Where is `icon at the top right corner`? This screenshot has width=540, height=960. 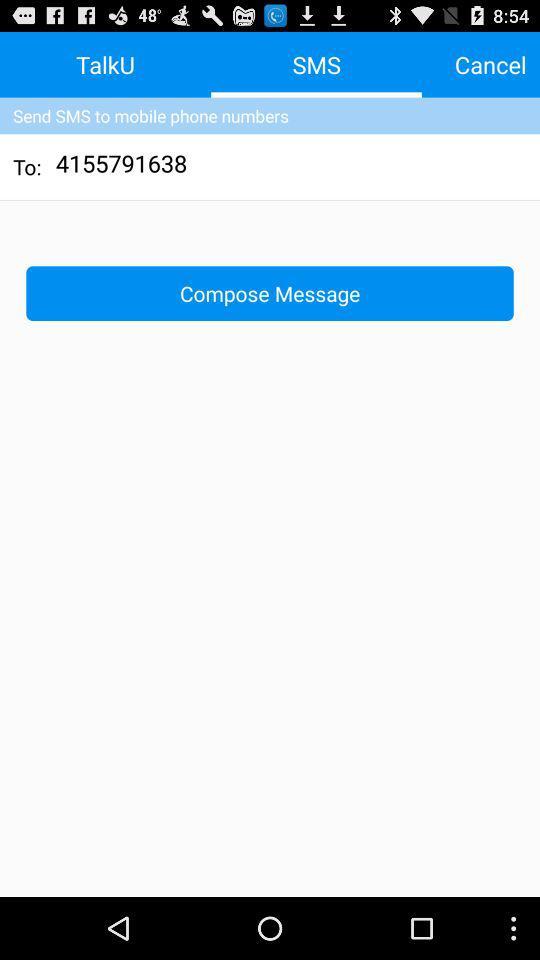 icon at the top right corner is located at coordinates (489, 64).